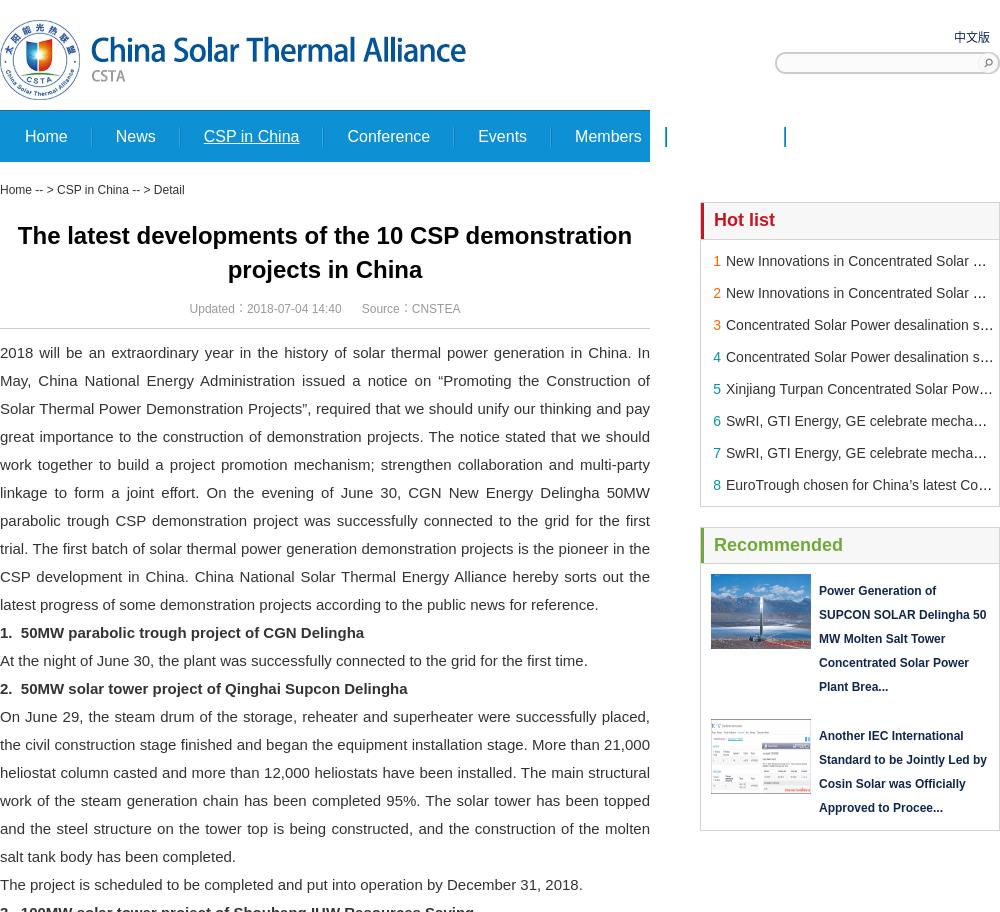  Describe the element at coordinates (716, 355) in the screenshot. I see `'4'` at that location.